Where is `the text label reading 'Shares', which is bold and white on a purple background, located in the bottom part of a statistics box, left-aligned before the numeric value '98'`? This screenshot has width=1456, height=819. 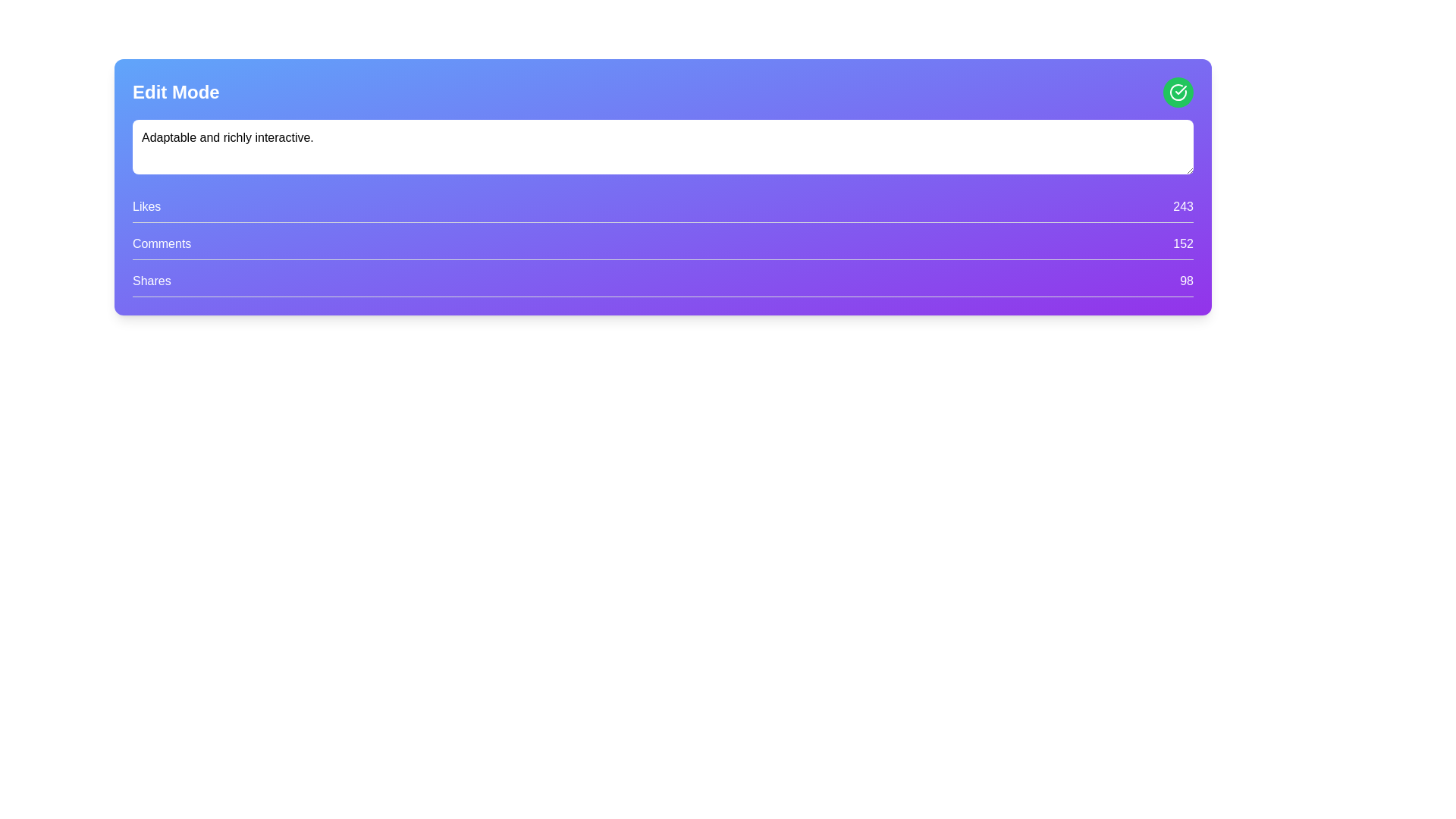
the text label reading 'Shares', which is bold and white on a purple background, located in the bottom part of a statistics box, left-aligned before the numeric value '98' is located at coordinates (152, 281).